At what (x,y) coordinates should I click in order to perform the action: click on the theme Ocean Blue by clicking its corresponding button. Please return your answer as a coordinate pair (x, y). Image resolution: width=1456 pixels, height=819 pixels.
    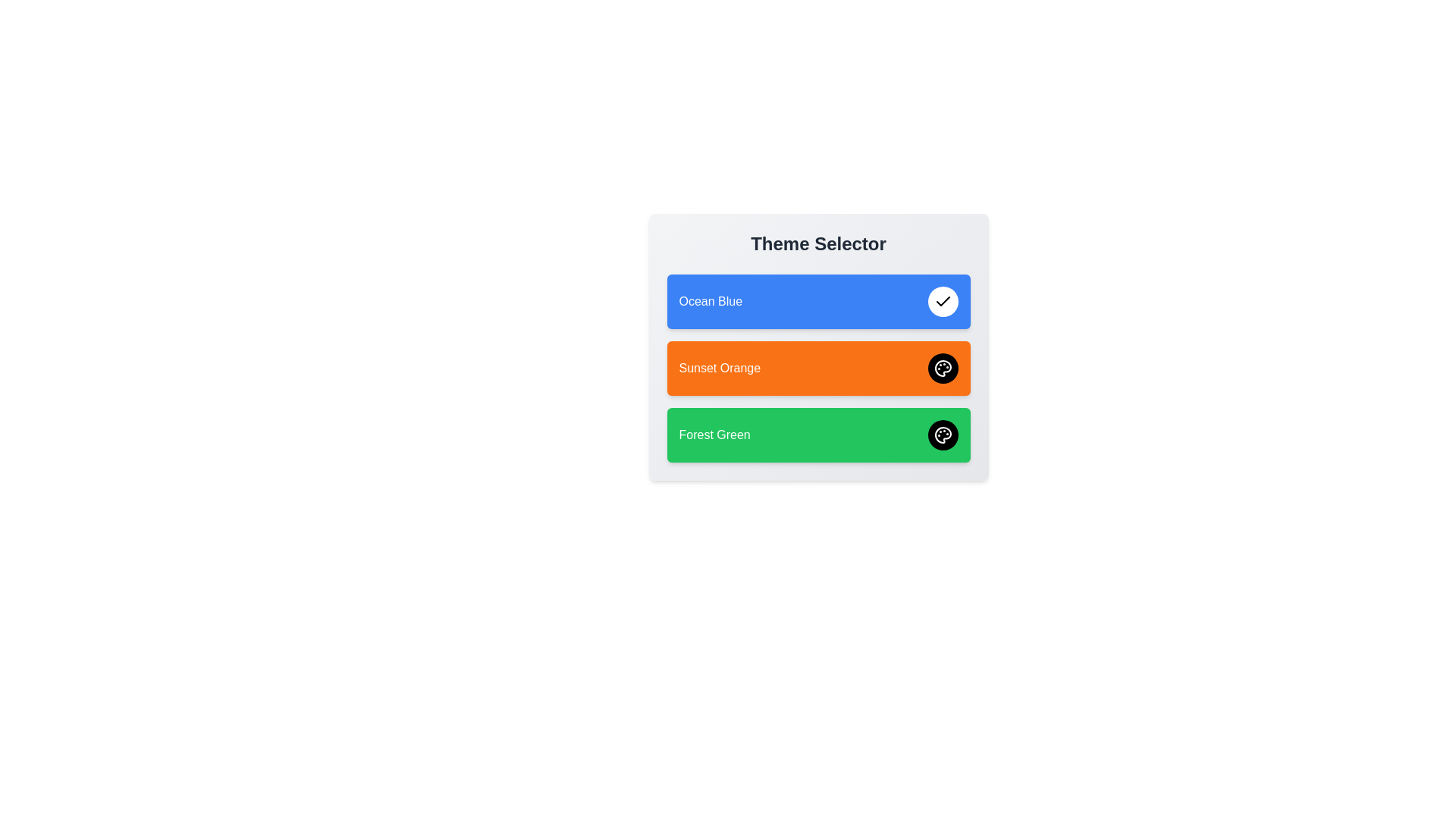
    Looking at the image, I should click on (942, 301).